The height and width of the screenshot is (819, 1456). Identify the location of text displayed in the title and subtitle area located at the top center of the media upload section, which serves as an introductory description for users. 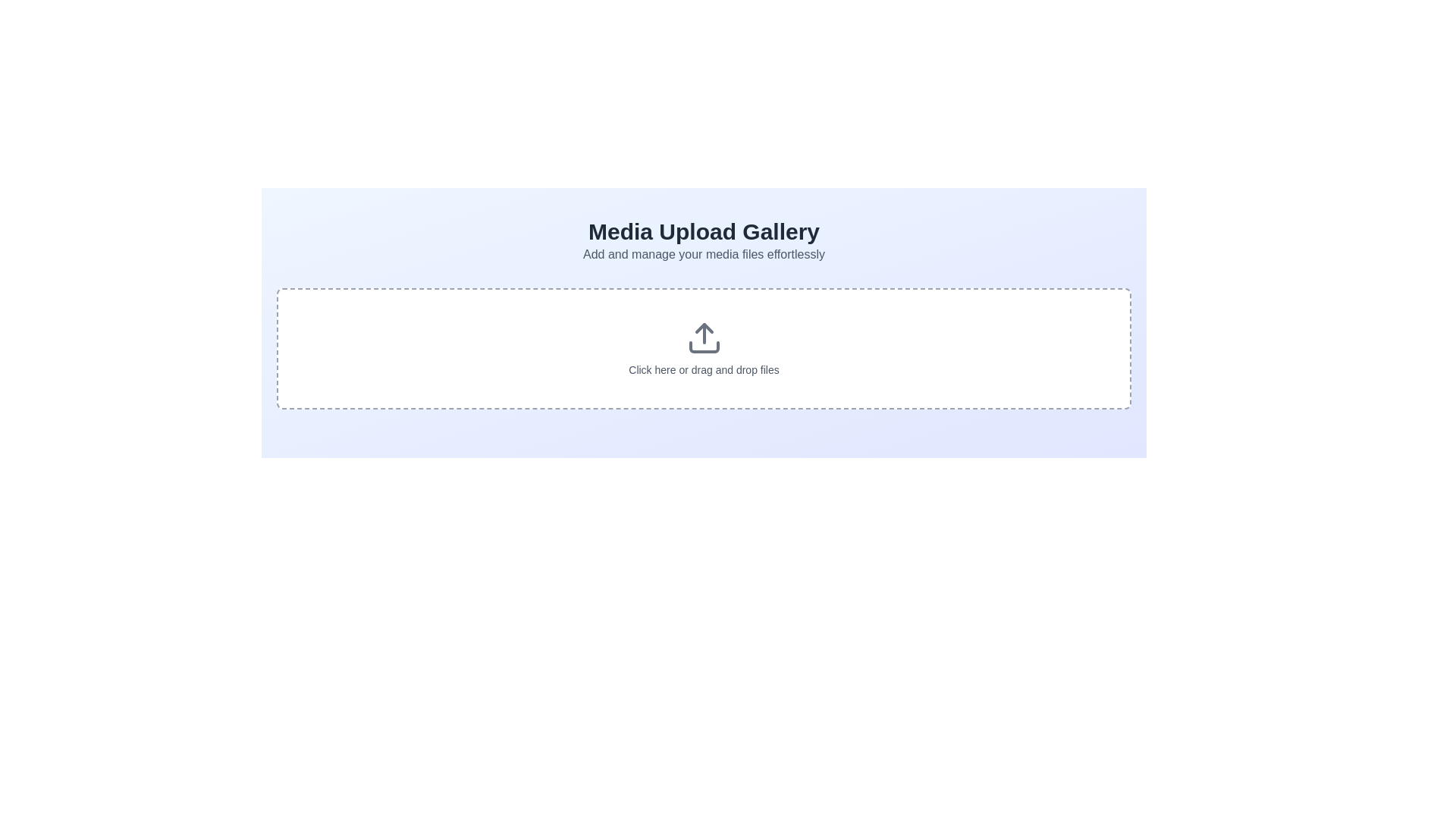
(703, 240).